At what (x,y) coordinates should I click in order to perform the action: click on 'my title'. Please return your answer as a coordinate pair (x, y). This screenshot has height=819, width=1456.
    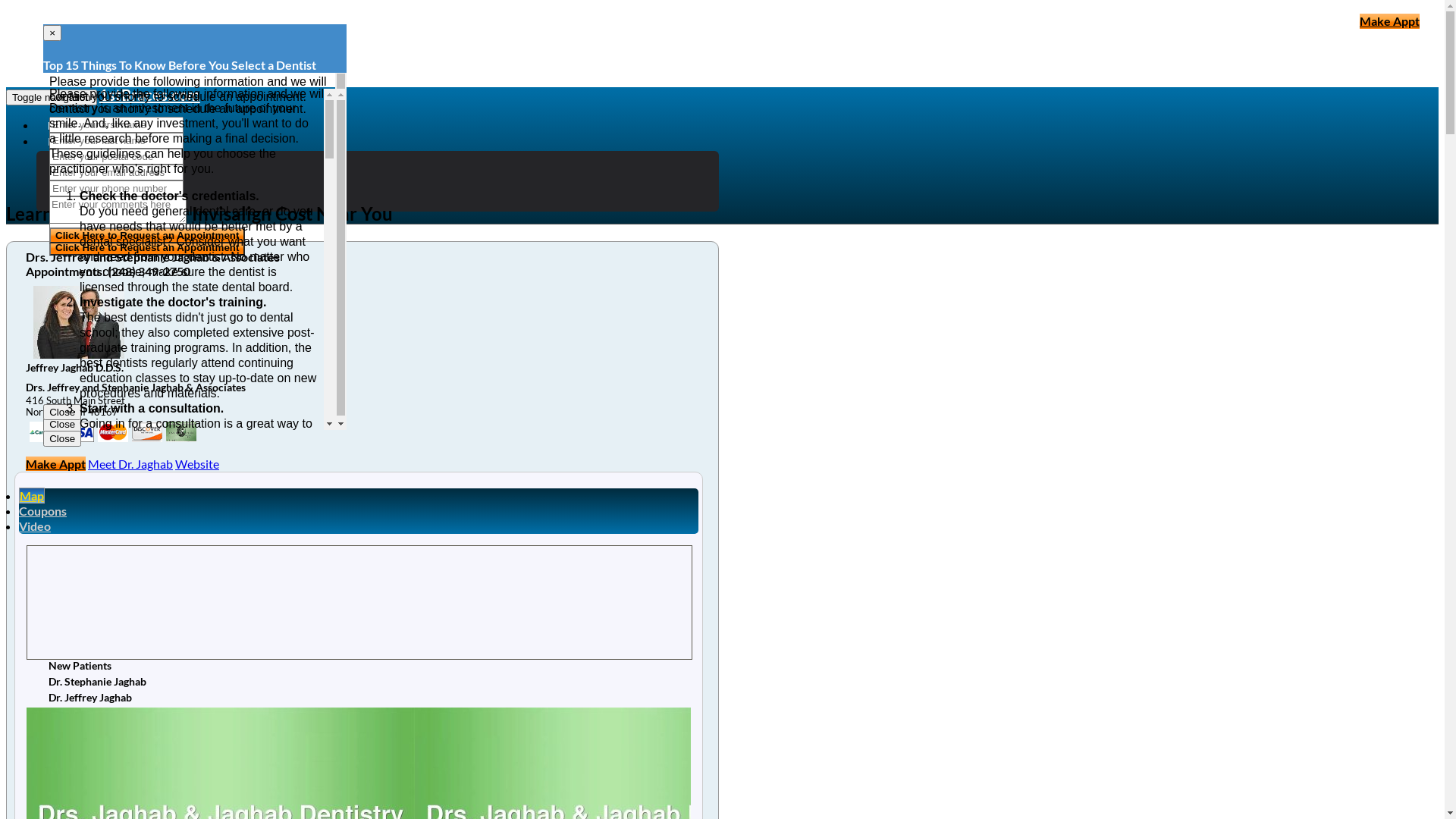
    Looking at the image, I should click on (78, 431).